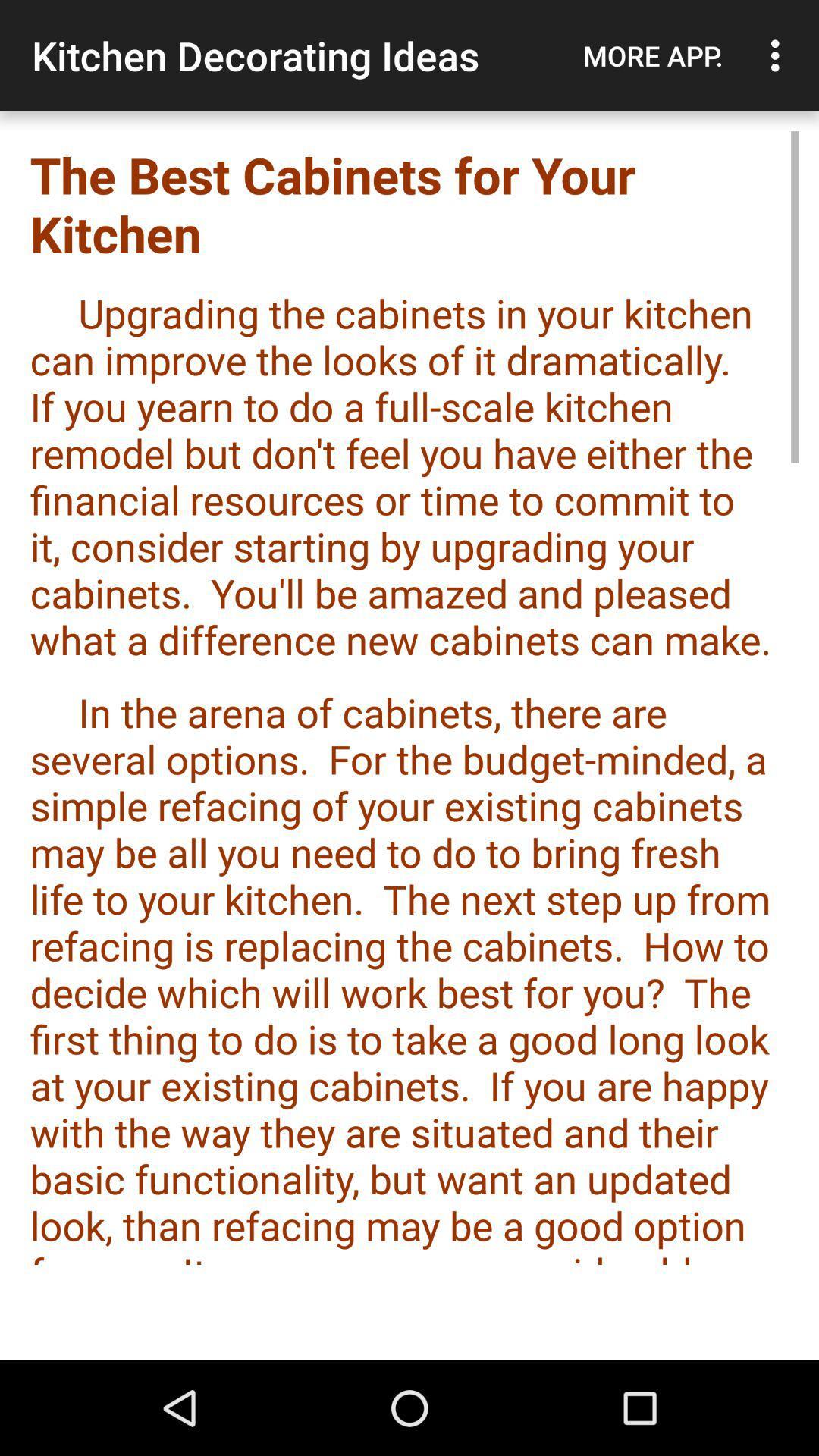 The image size is (819, 1456). What do you see at coordinates (652, 55) in the screenshot?
I see `the icon above the the best cabinets` at bounding box center [652, 55].